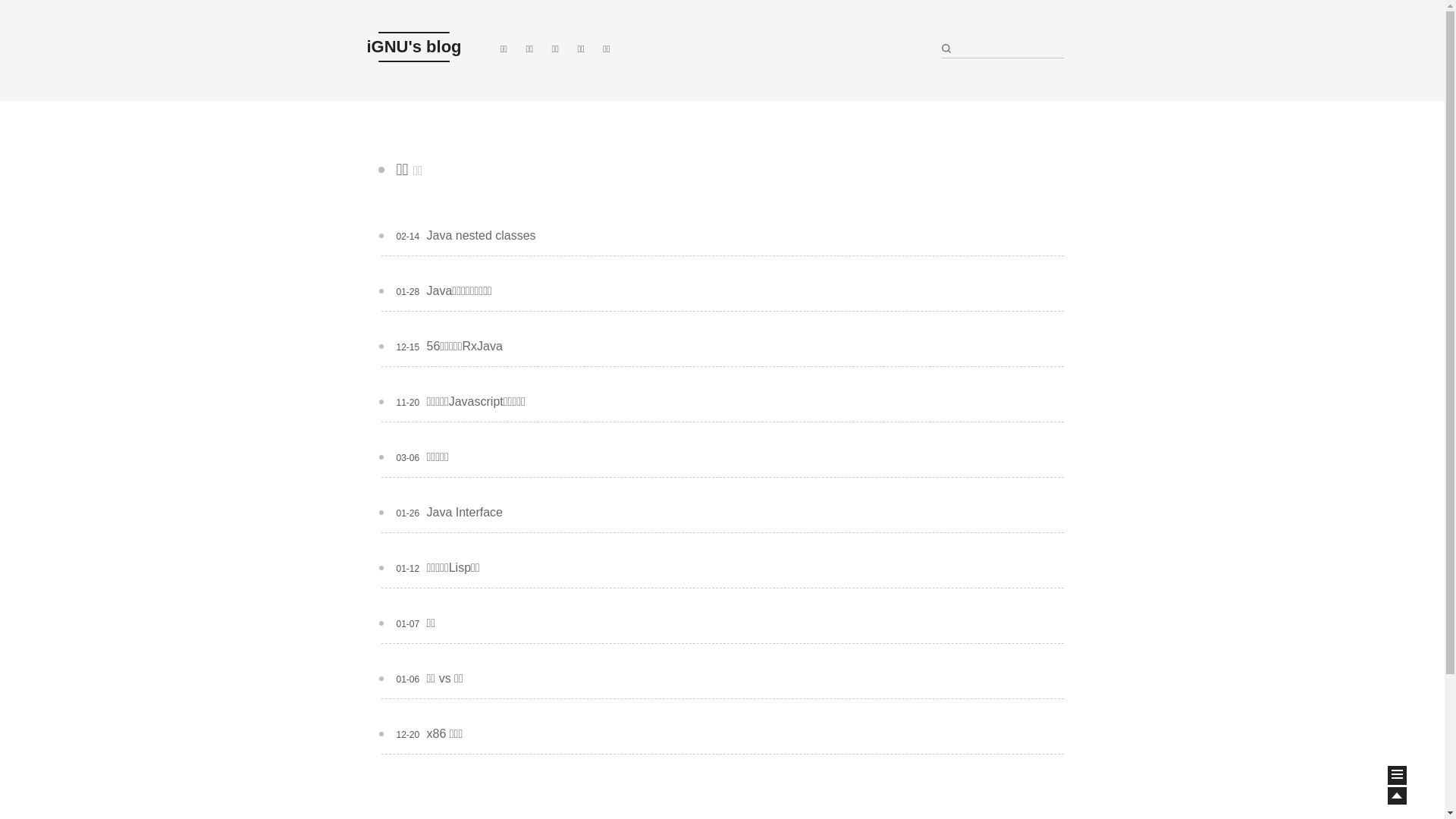  Describe the element at coordinates (463, 512) in the screenshot. I see `'Java Interface'` at that location.